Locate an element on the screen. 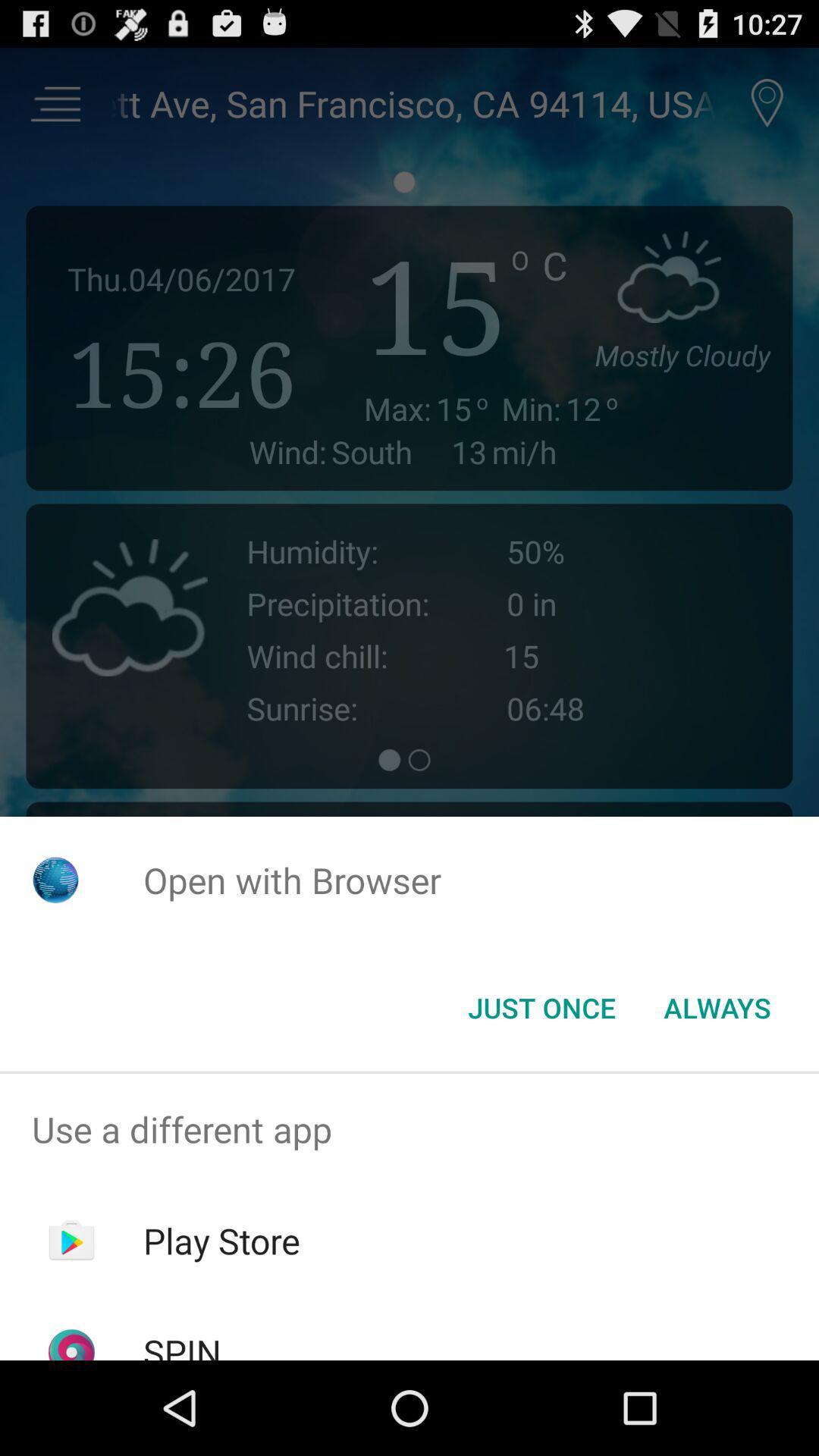 Image resolution: width=819 pixels, height=1456 pixels. the spin item is located at coordinates (181, 1344).